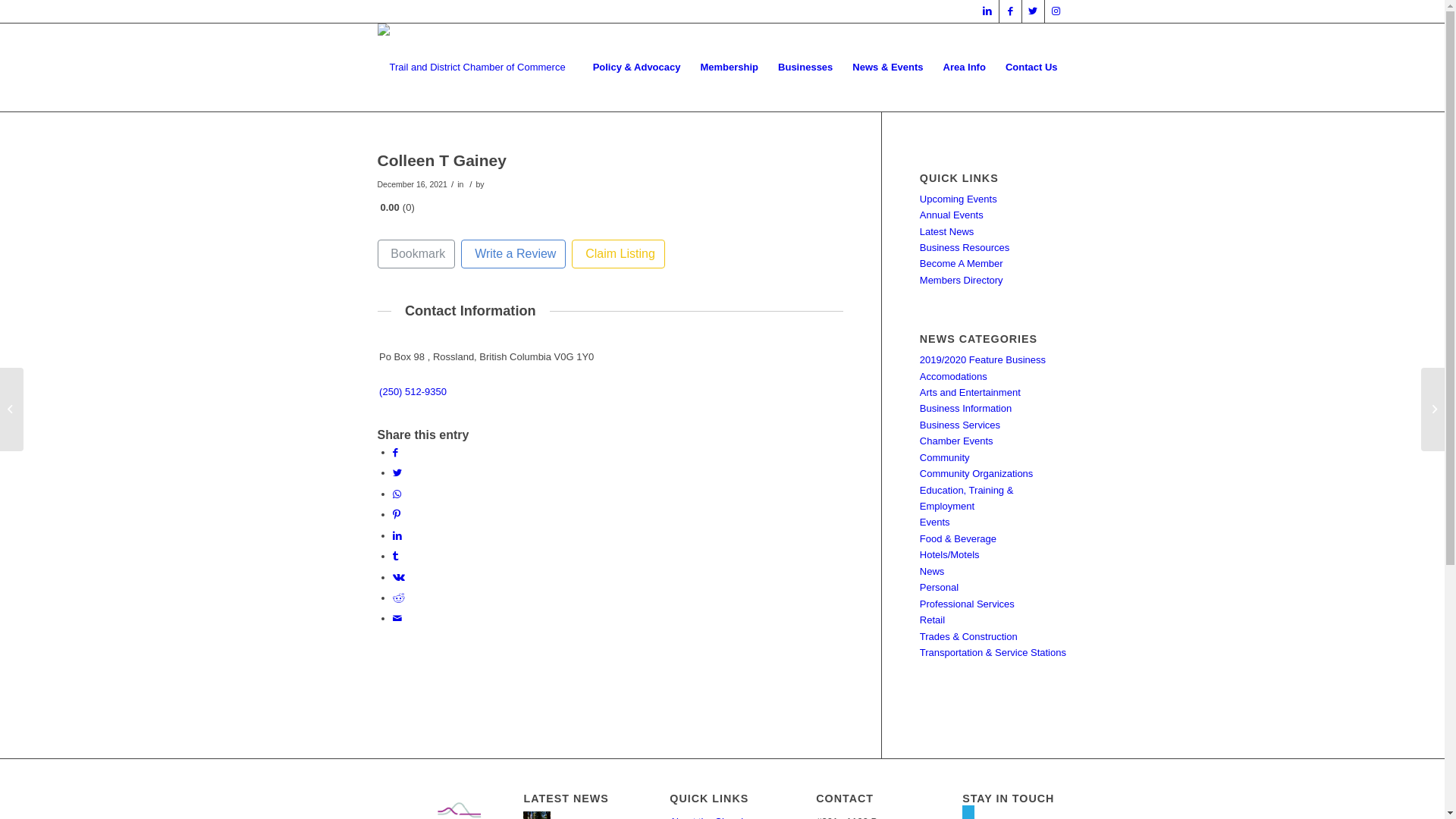 Image resolution: width=1456 pixels, height=819 pixels. I want to click on 'Members Directory', so click(960, 280).